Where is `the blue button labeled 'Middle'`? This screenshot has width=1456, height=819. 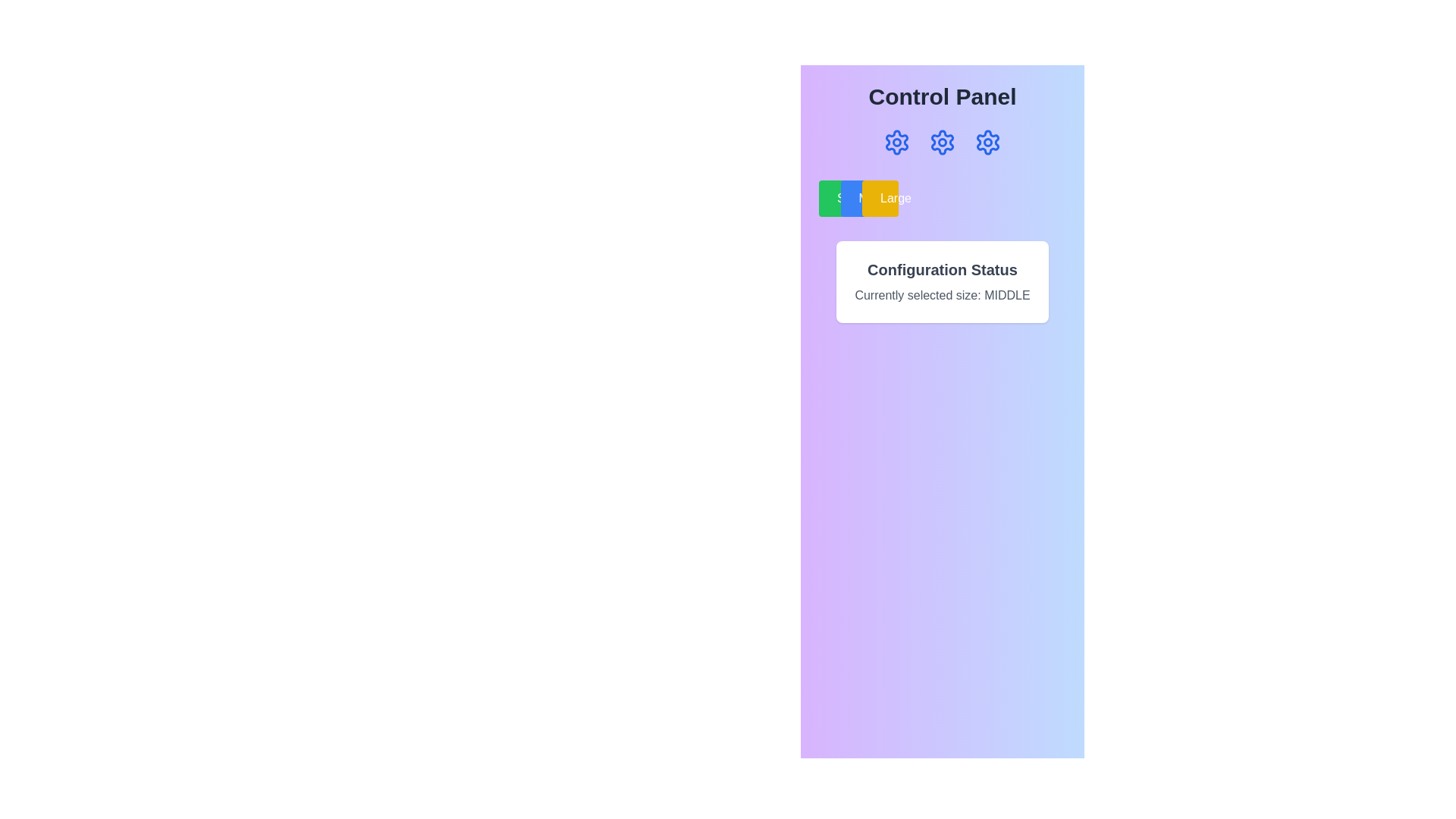
the blue button labeled 'Middle' is located at coordinates (858, 198).